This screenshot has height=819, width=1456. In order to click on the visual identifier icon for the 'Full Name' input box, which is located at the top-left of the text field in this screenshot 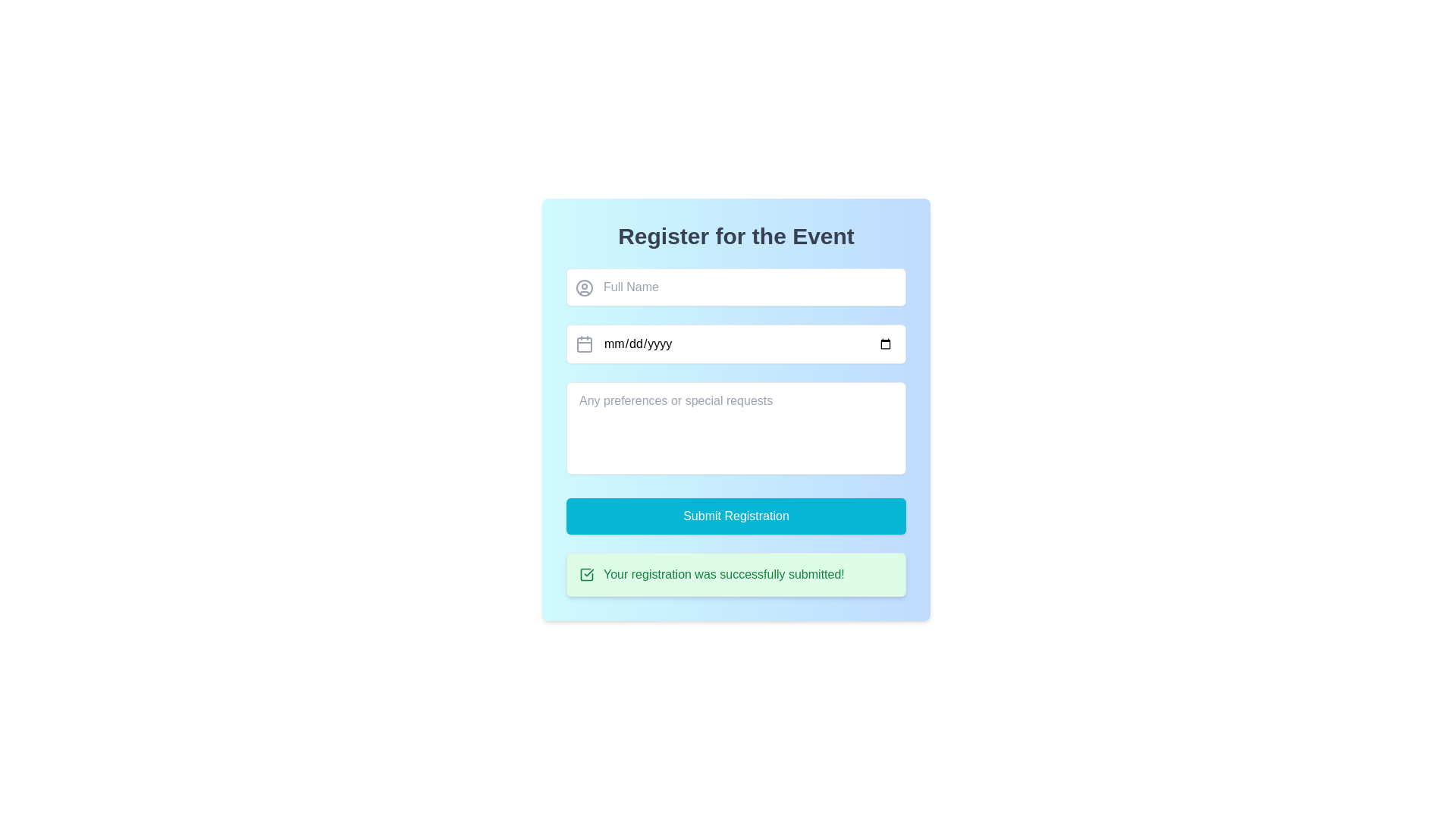, I will do `click(584, 288)`.